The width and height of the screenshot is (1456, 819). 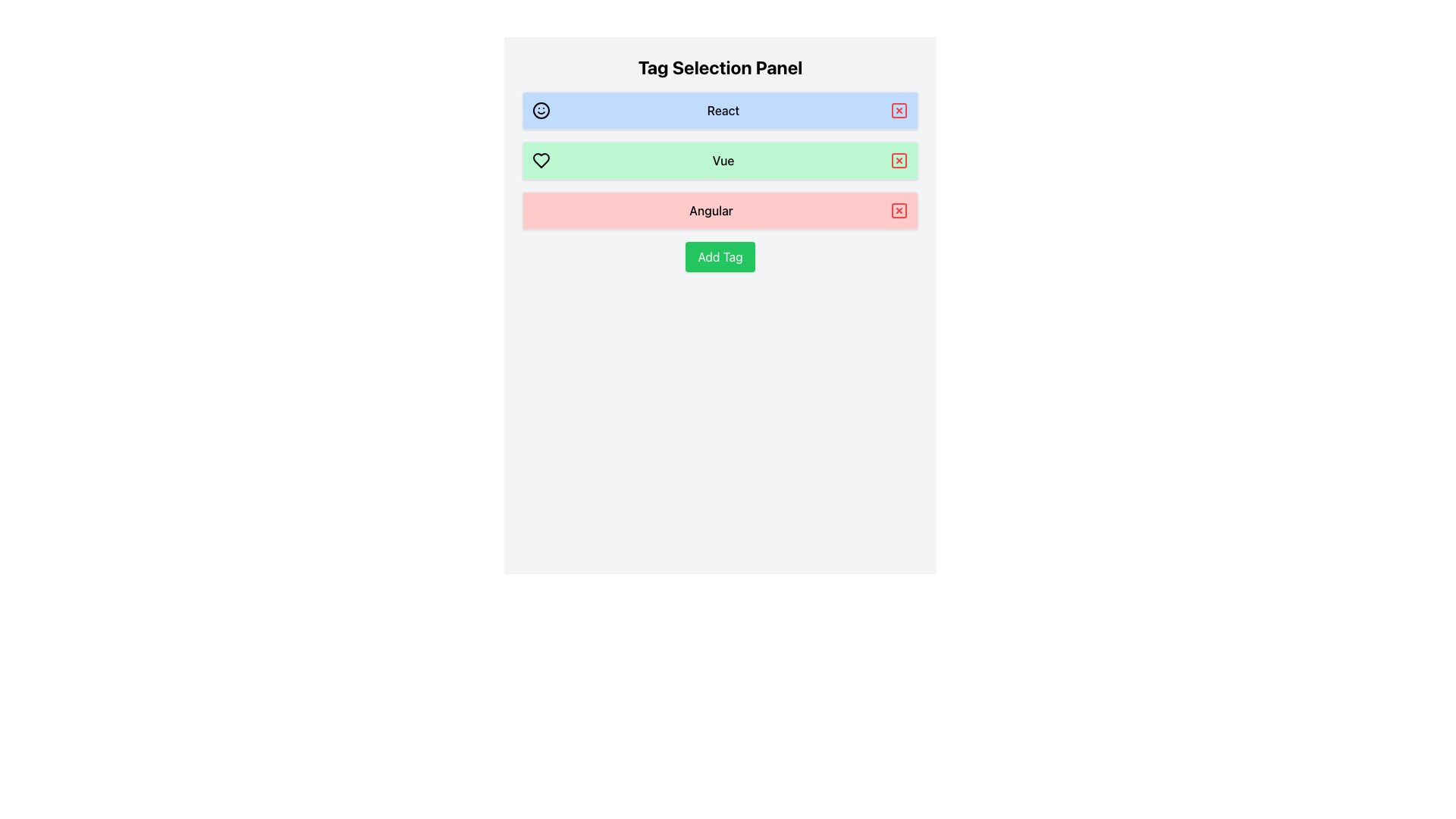 What do you see at coordinates (720, 110) in the screenshot?
I see `the selectable tag option labeled 'React' in the Tag Selection Panel` at bounding box center [720, 110].